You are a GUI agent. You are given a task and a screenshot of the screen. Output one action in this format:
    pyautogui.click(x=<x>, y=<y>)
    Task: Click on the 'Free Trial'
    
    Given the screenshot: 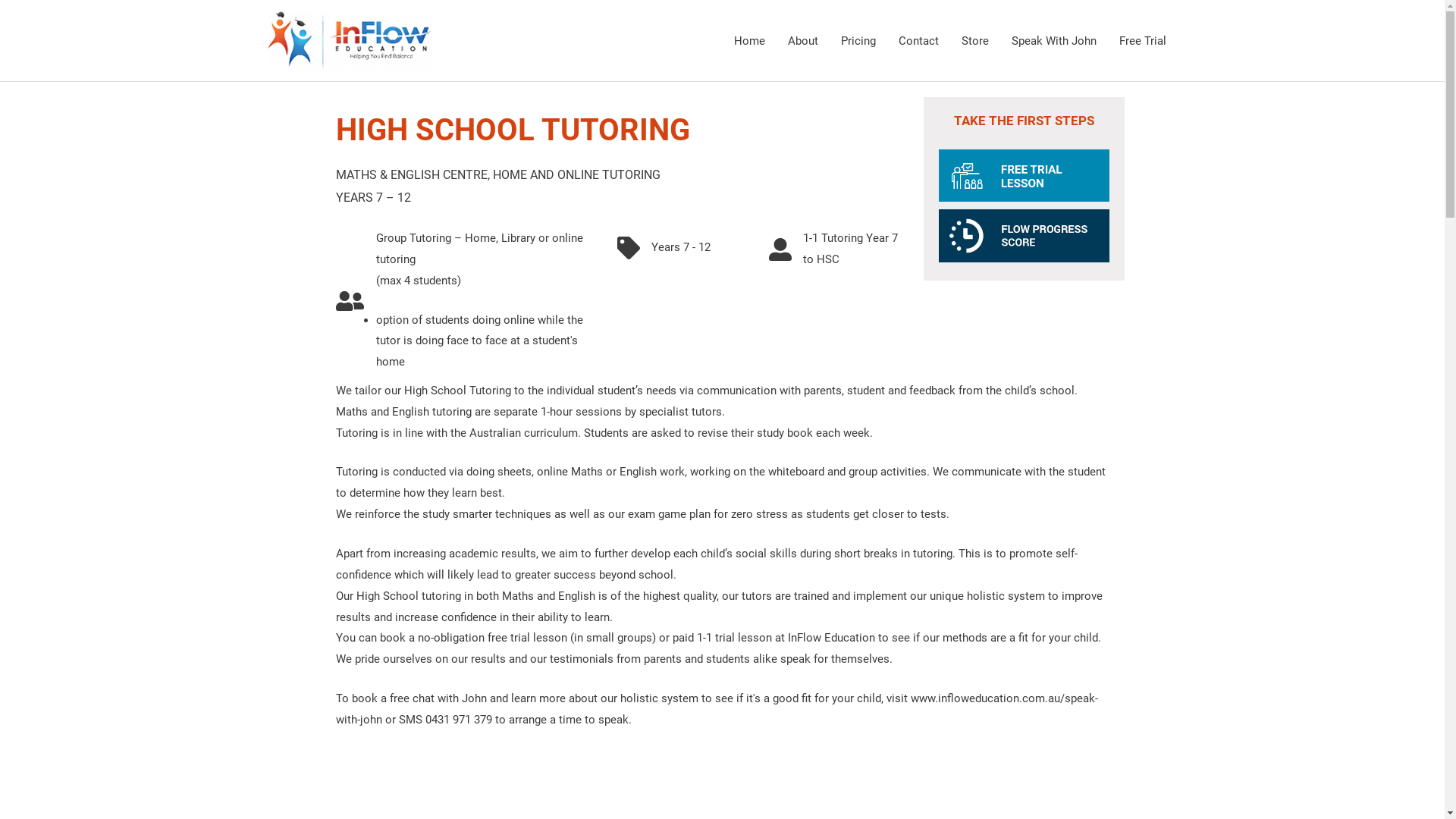 What is the action you would take?
    pyautogui.click(x=1142, y=39)
    